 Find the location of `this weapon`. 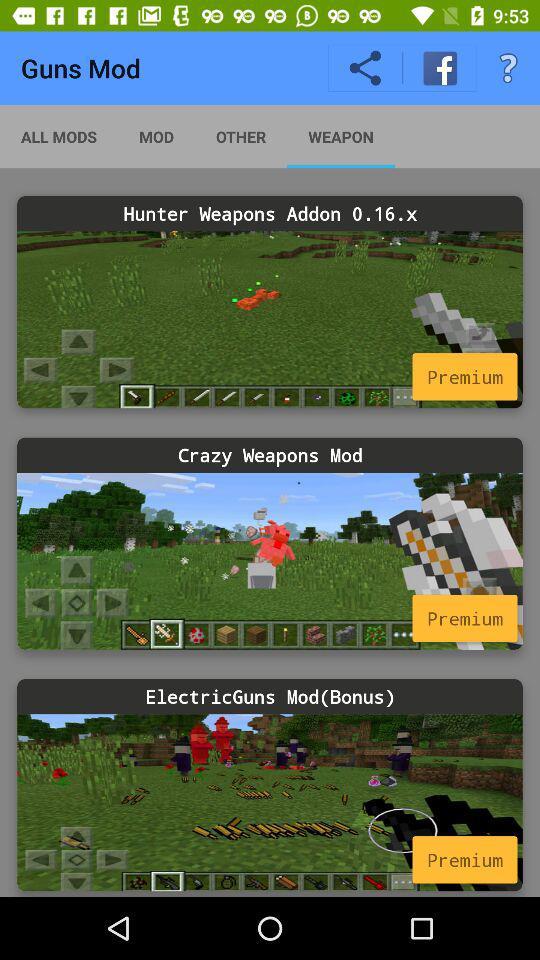

this weapon is located at coordinates (270, 802).